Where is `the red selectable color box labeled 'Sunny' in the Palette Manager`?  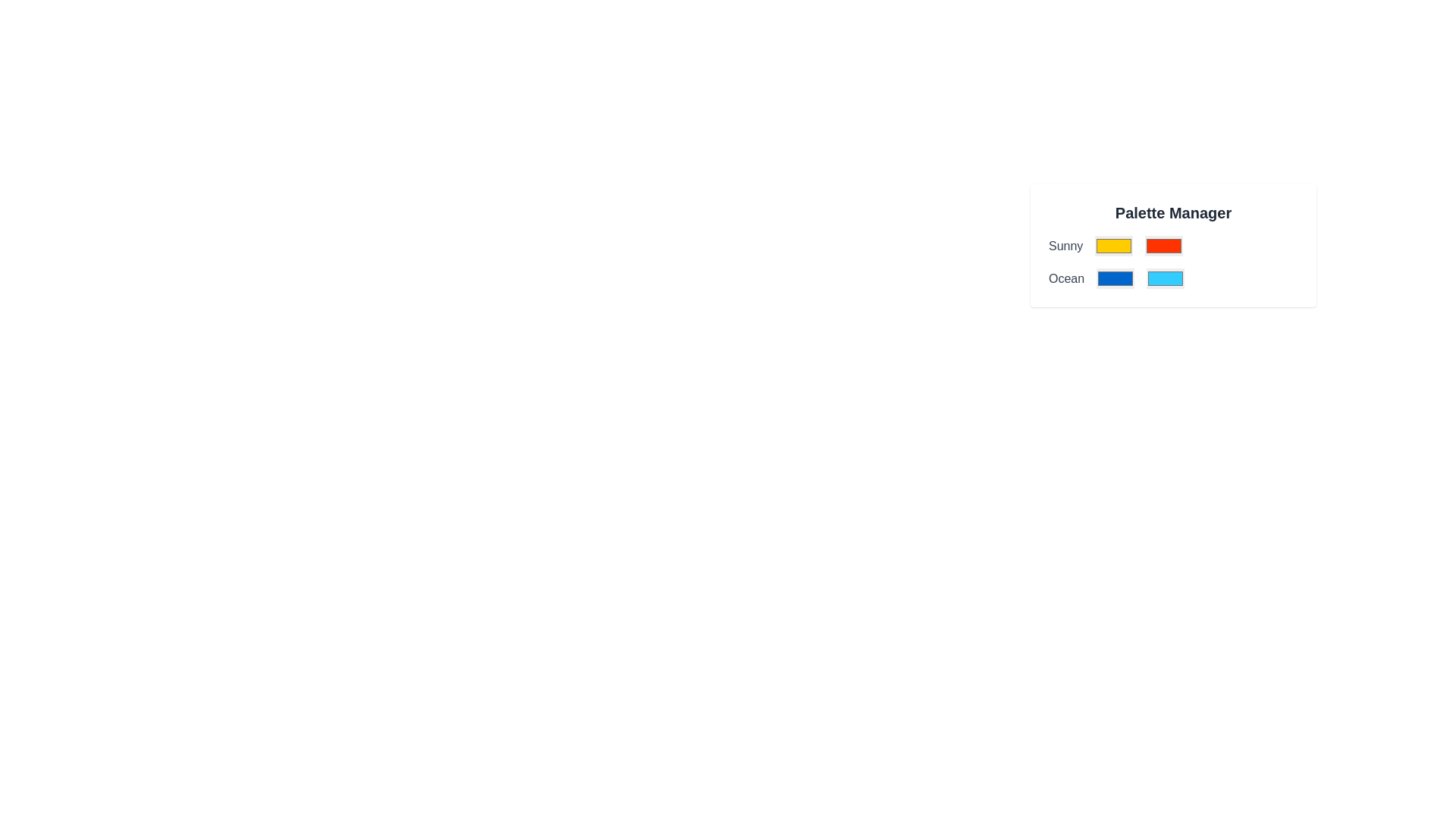
the red selectable color box labeled 'Sunny' in the Palette Manager is located at coordinates (1172, 256).